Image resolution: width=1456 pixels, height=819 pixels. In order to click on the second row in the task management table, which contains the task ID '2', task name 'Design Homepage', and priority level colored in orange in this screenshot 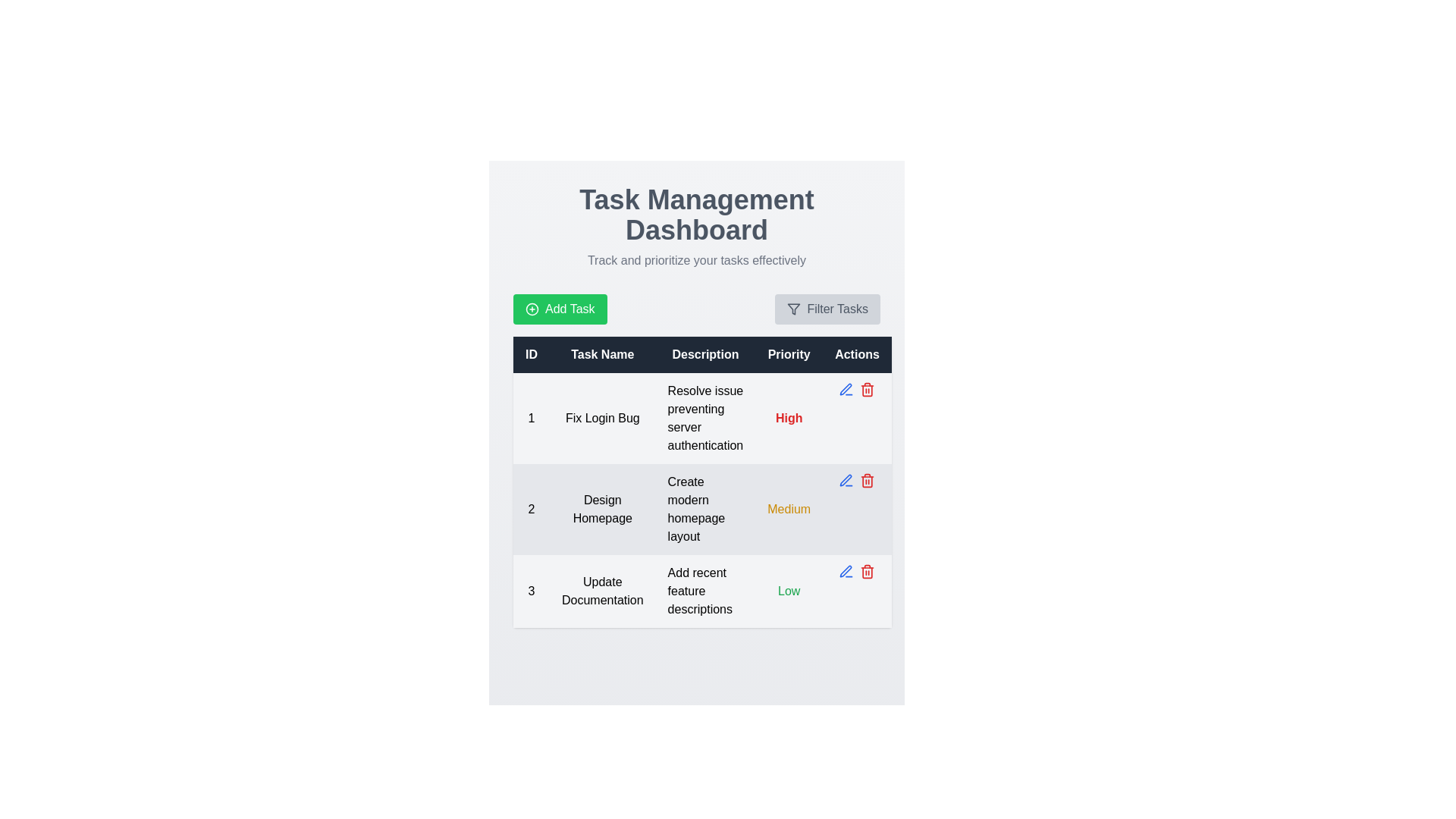, I will do `click(701, 509)`.